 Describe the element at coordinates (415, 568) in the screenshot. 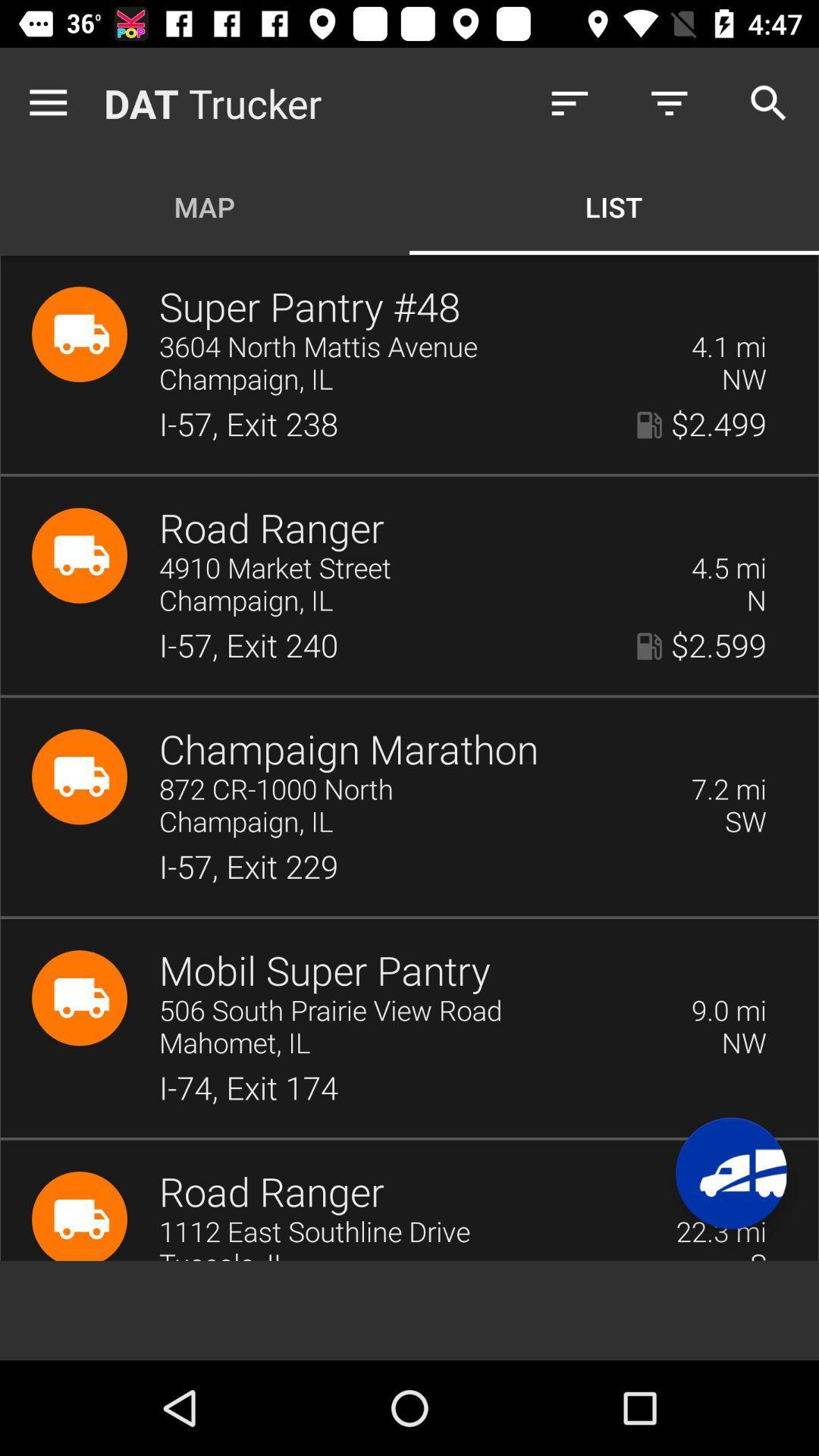

I see `icon below road ranger icon` at that location.